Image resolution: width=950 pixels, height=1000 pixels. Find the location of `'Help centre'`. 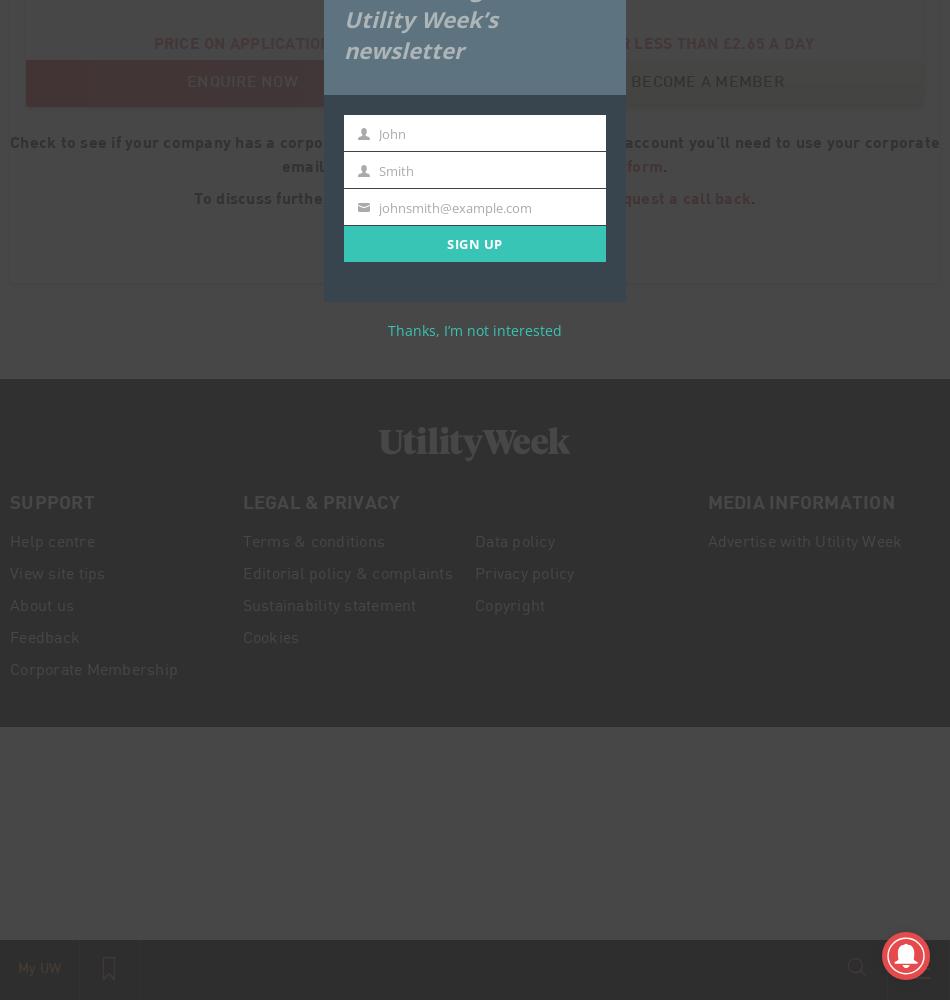

'Help centre' is located at coordinates (51, 540).